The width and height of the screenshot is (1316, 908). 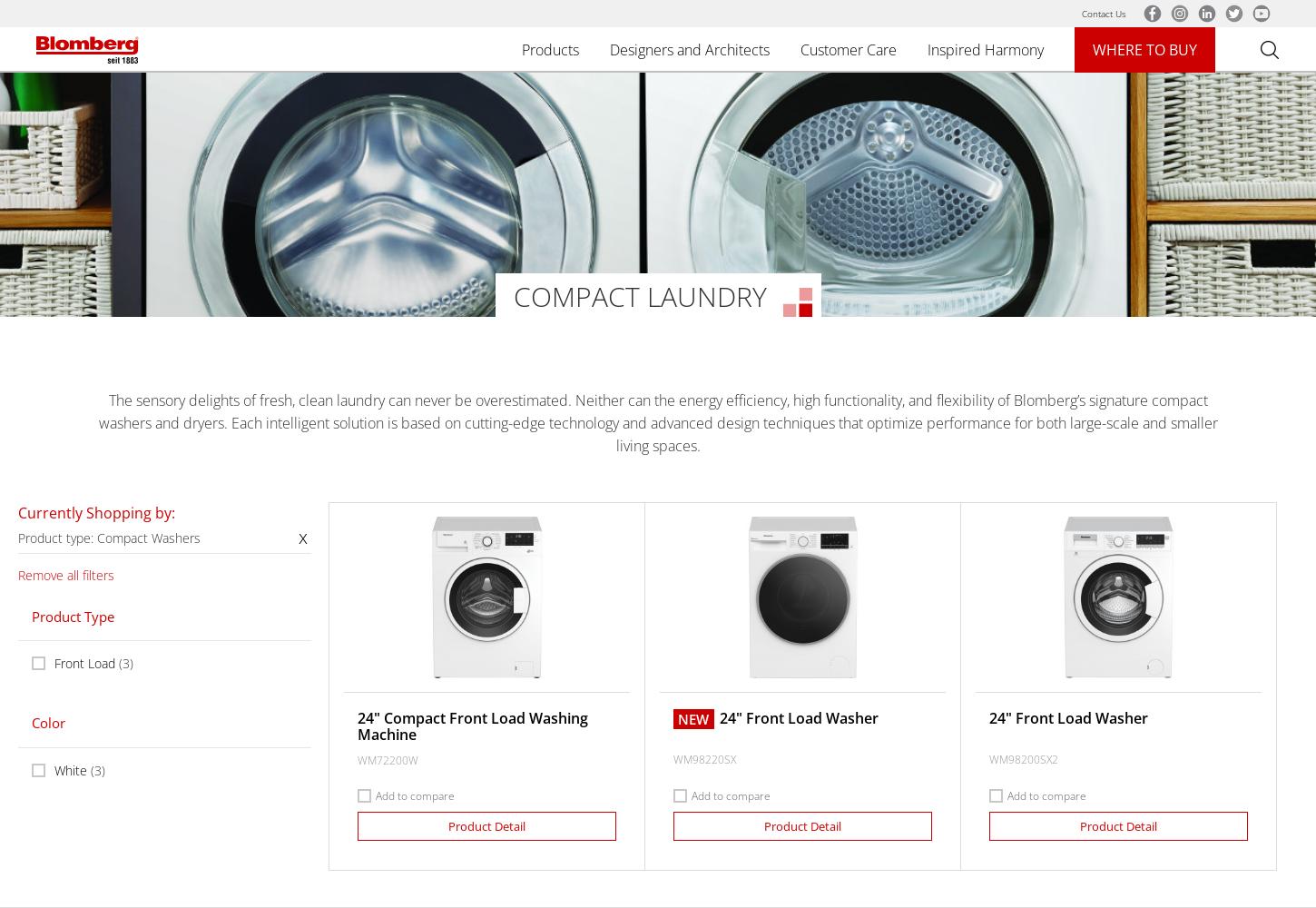 What do you see at coordinates (18, 574) in the screenshot?
I see `'Remove all filters'` at bounding box center [18, 574].